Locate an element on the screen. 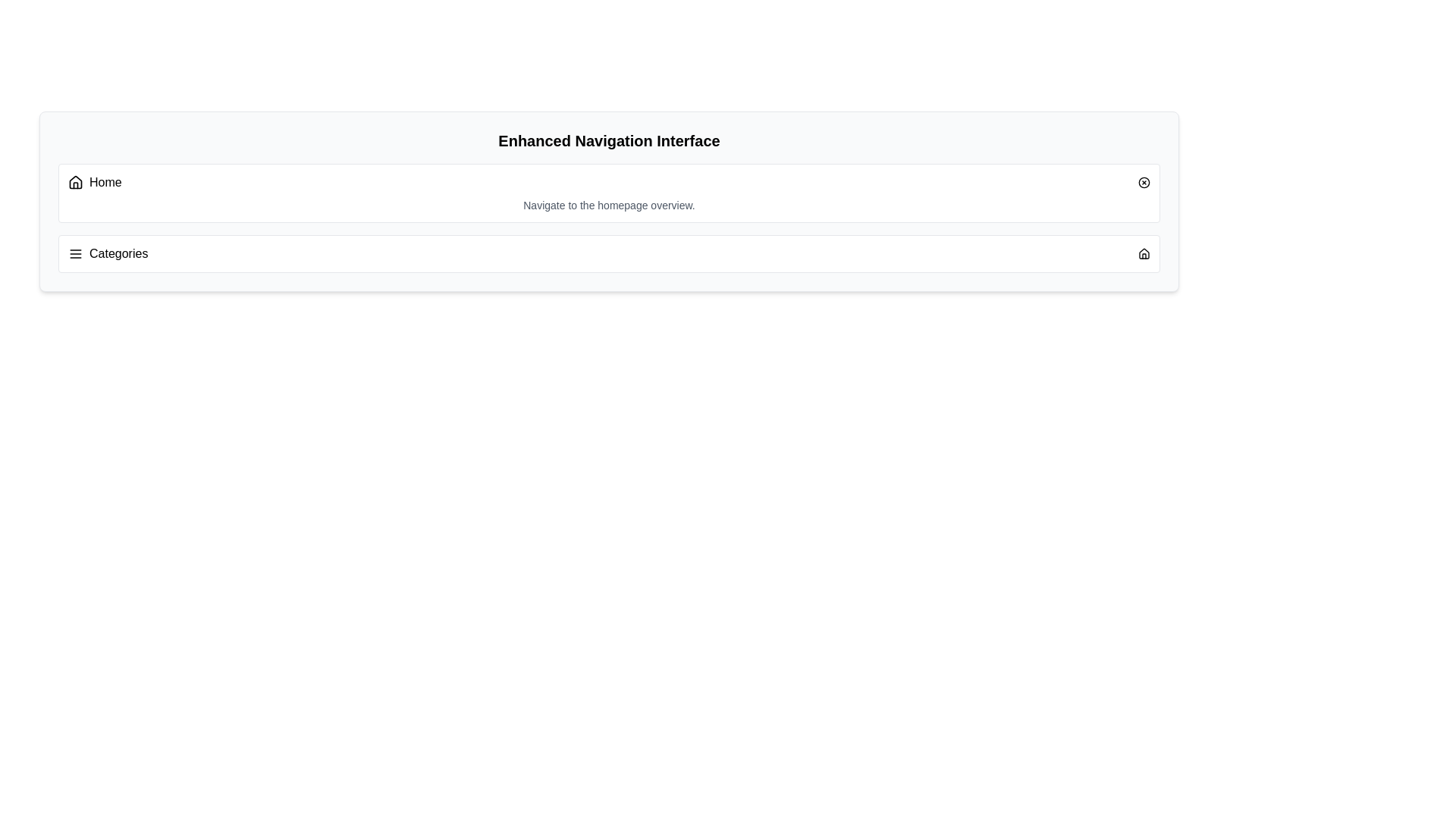 The image size is (1456, 819). the 'Categories' button located directly below the 'Home' panel is located at coordinates (609, 253).